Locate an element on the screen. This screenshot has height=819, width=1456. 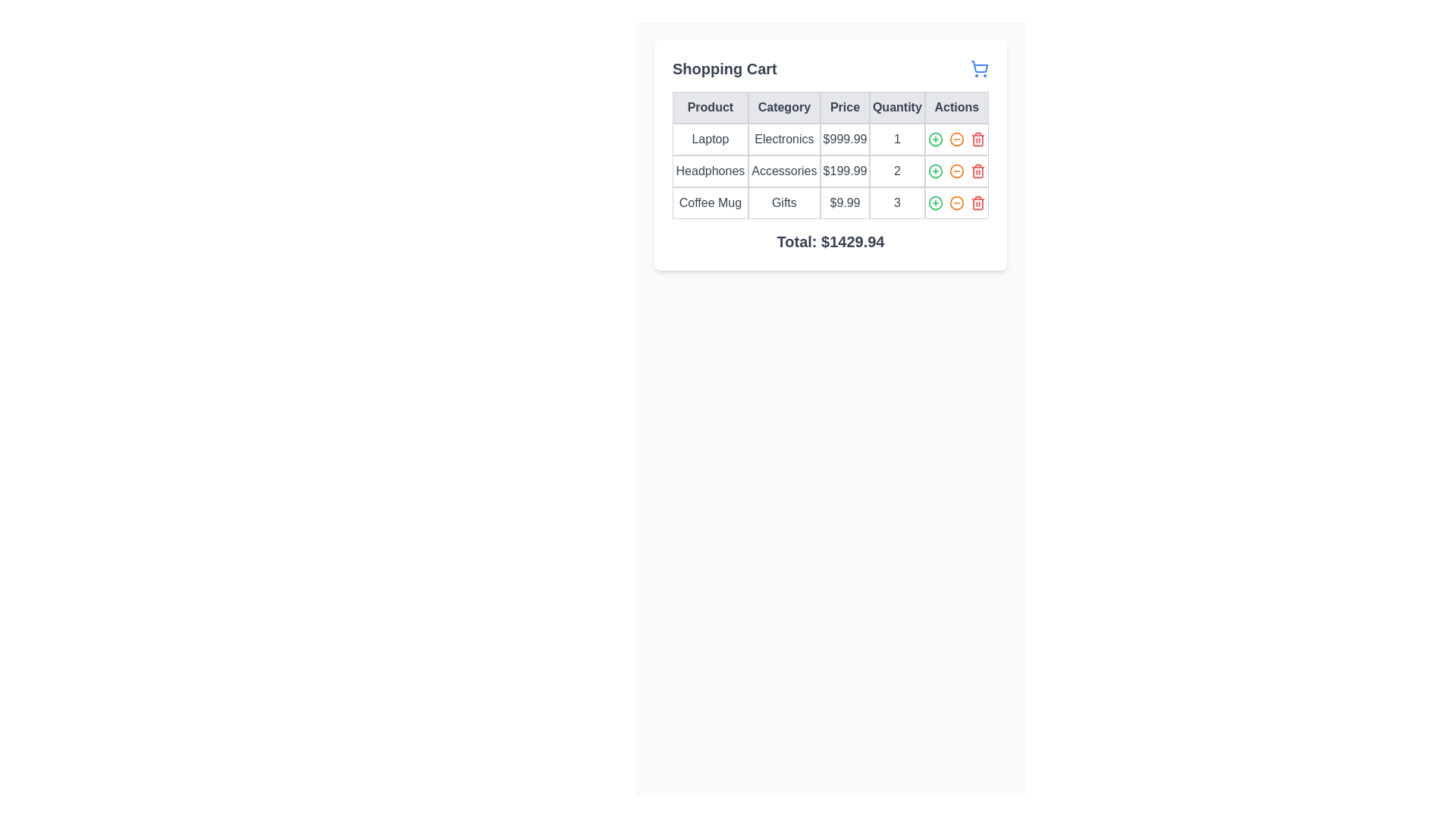
the small circular button with an orange border and a central orange horizontal line, which represents a minus action, to decrease the item quantity is located at coordinates (955, 171).